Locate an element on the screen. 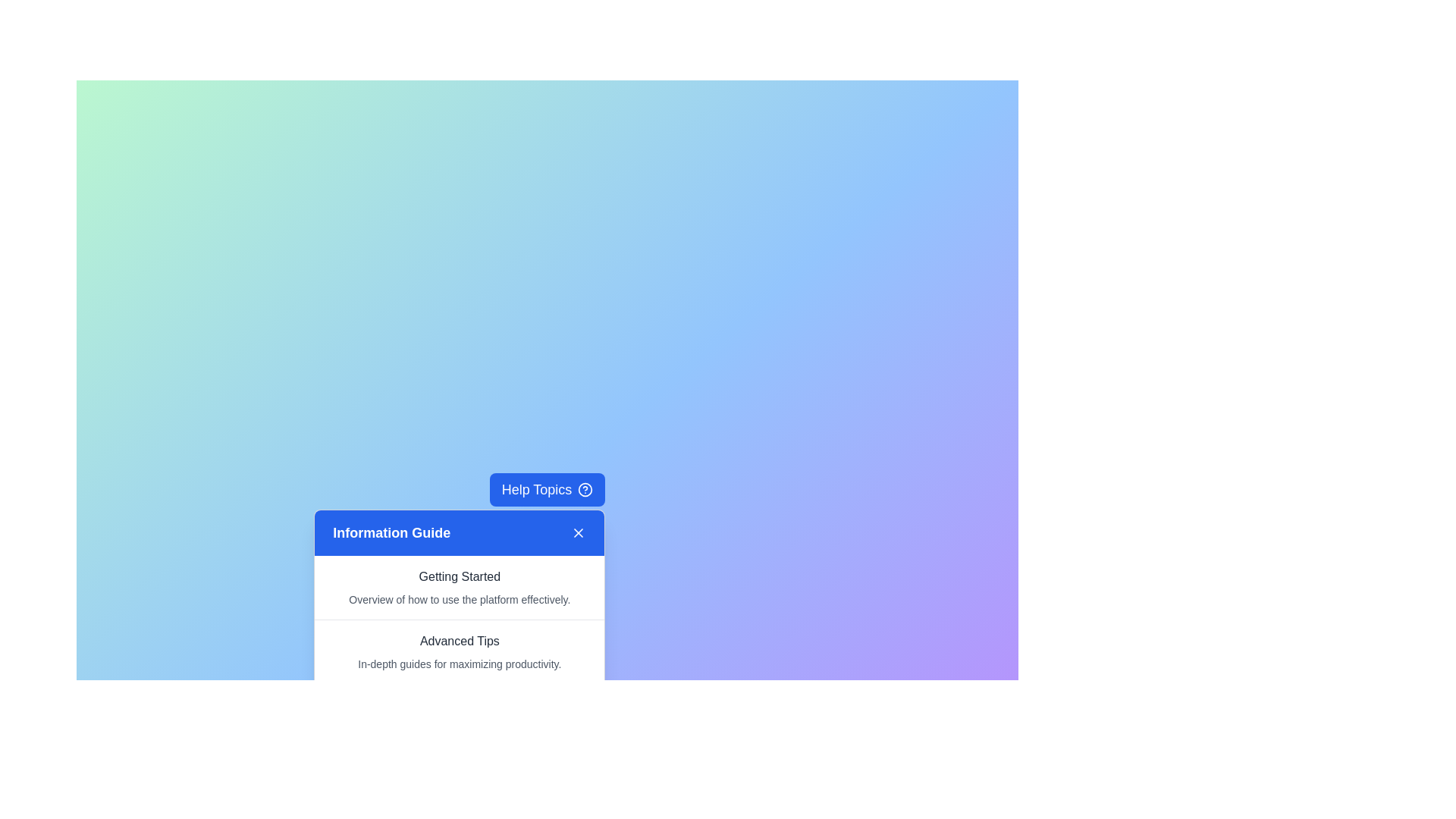  the blue rectangular 'Help Topics' button with rounded corners is located at coordinates (546, 489).